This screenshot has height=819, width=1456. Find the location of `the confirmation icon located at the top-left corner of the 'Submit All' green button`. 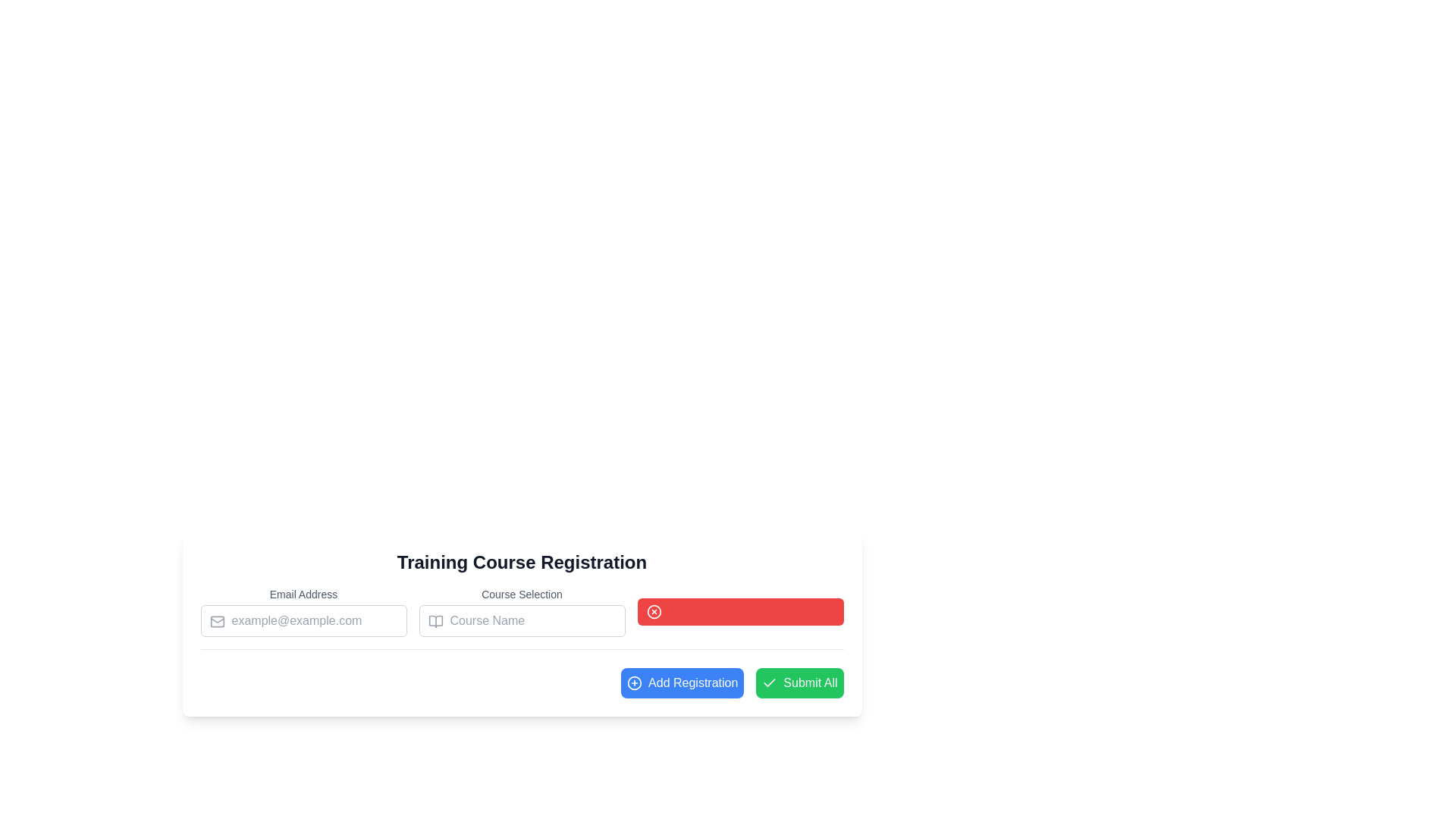

the confirmation icon located at the top-left corner of the 'Submit All' green button is located at coordinates (770, 683).